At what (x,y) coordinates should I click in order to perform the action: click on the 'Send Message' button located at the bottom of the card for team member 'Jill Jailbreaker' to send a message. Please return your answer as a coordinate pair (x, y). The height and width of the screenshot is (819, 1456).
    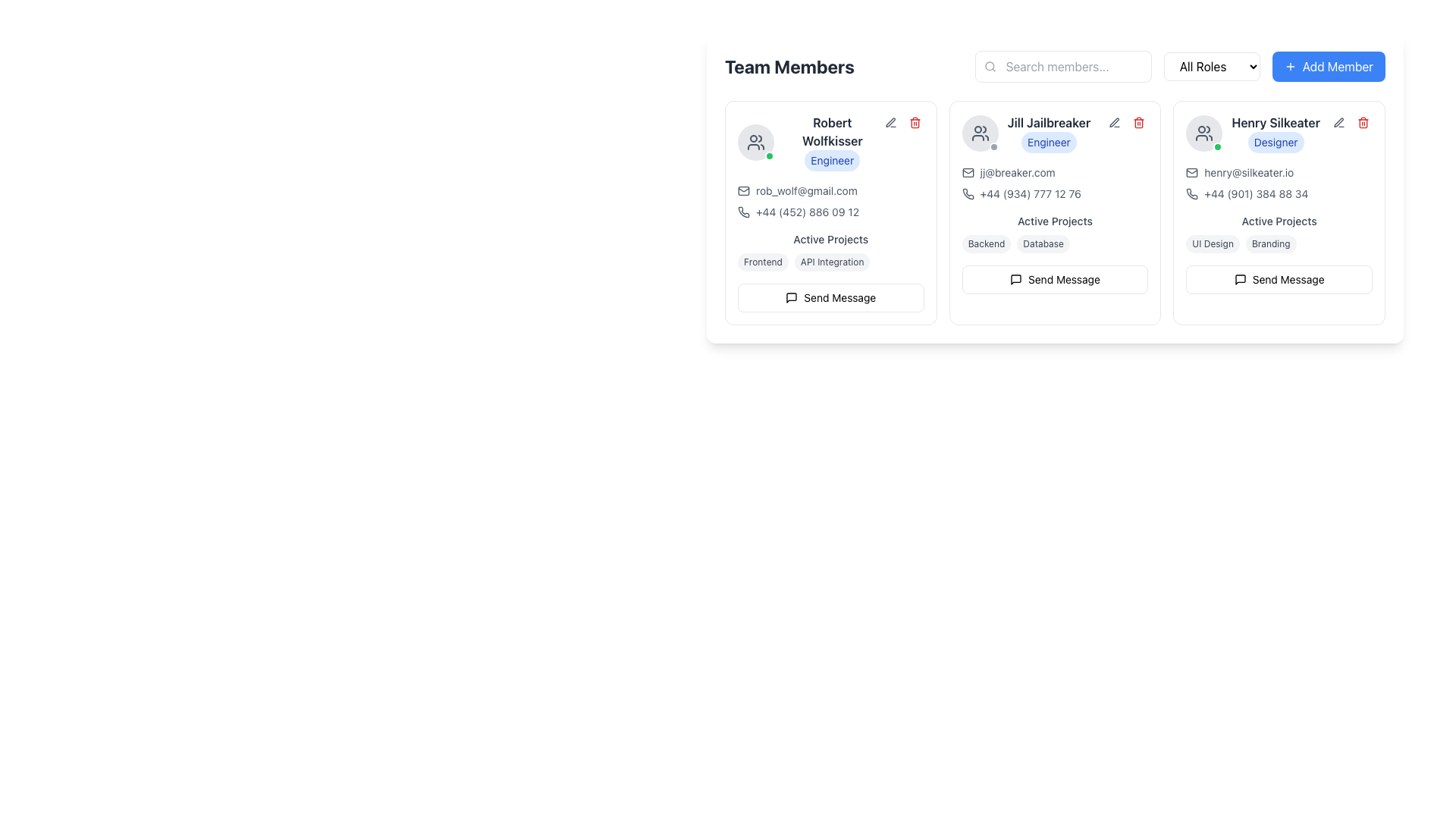
    Looking at the image, I should click on (1054, 280).